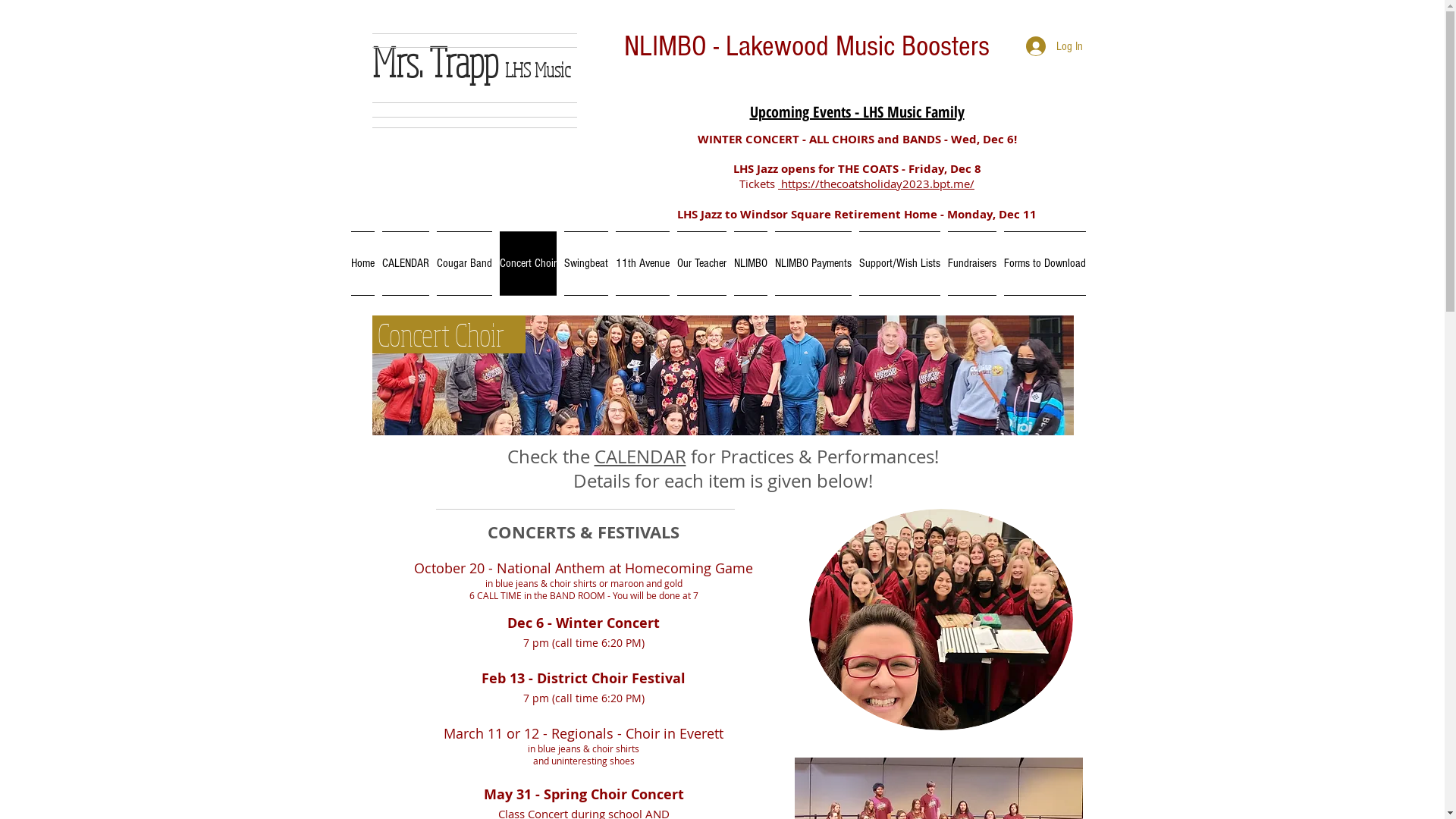 The image size is (1456, 819). What do you see at coordinates (349, 262) in the screenshot?
I see `'Home'` at bounding box center [349, 262].